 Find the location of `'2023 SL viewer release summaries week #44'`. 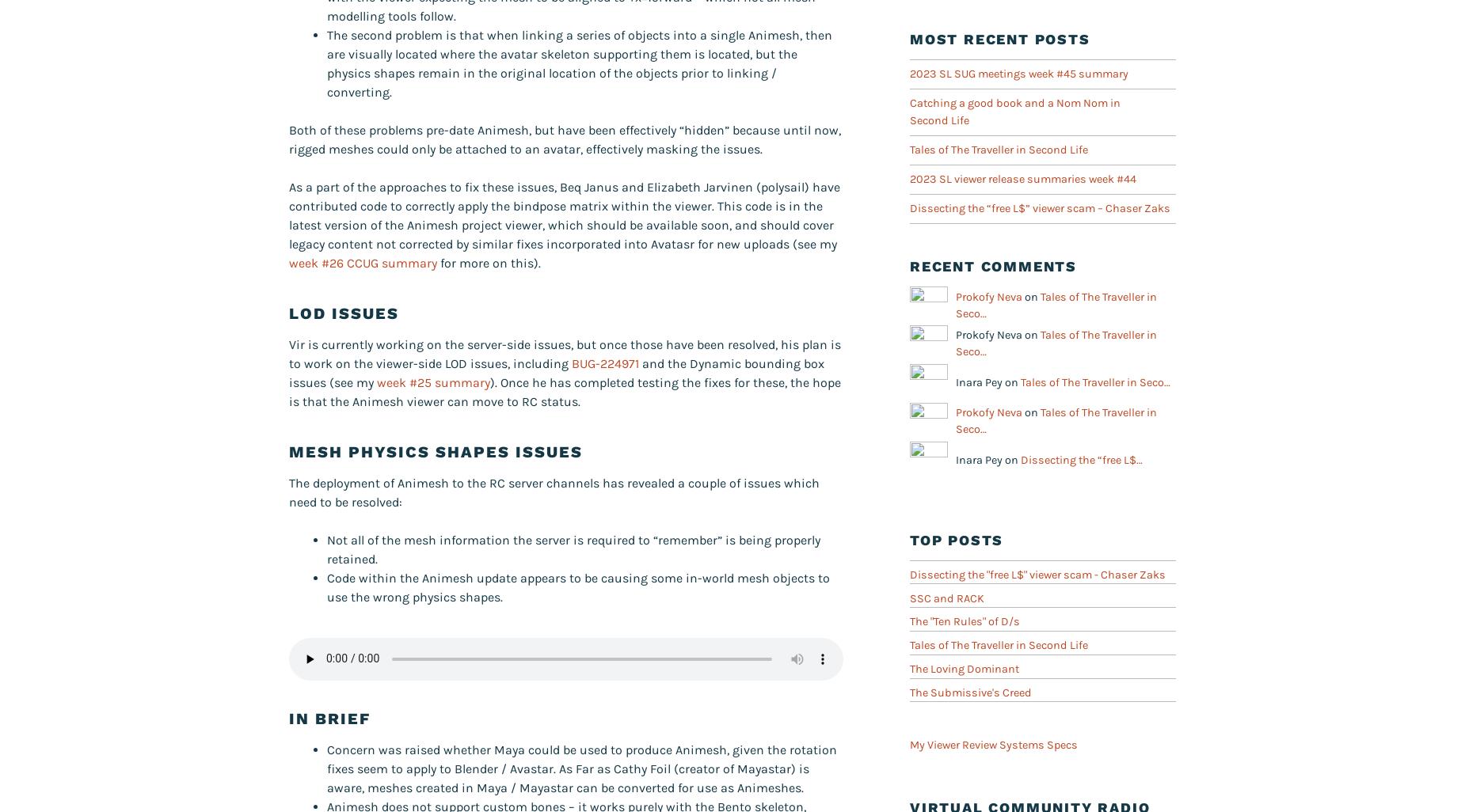

'2023 SL viewer release summaries week #44' is located at coordinates (1022, 178).